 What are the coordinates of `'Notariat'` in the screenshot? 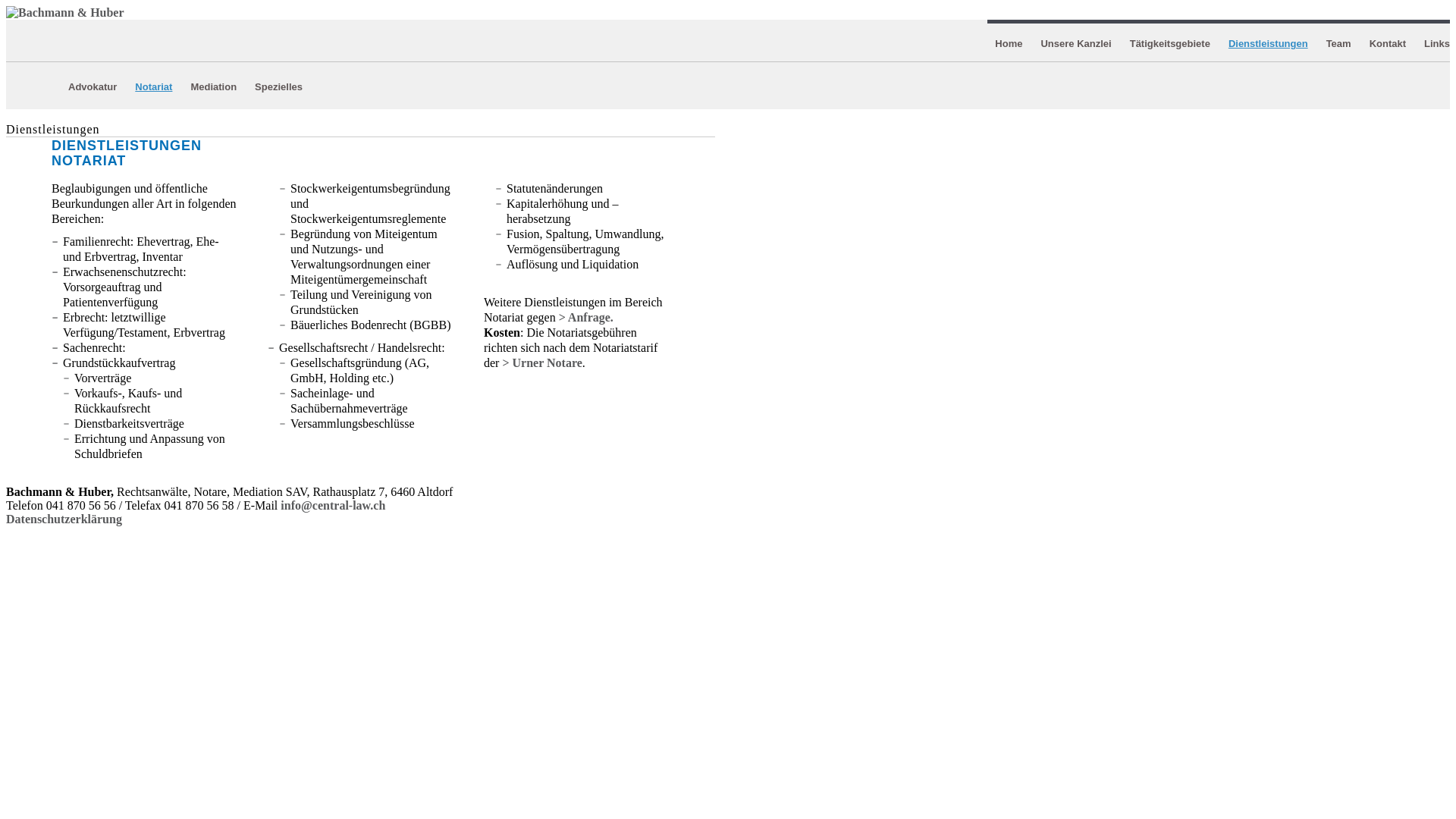 It's located at (153, 86).